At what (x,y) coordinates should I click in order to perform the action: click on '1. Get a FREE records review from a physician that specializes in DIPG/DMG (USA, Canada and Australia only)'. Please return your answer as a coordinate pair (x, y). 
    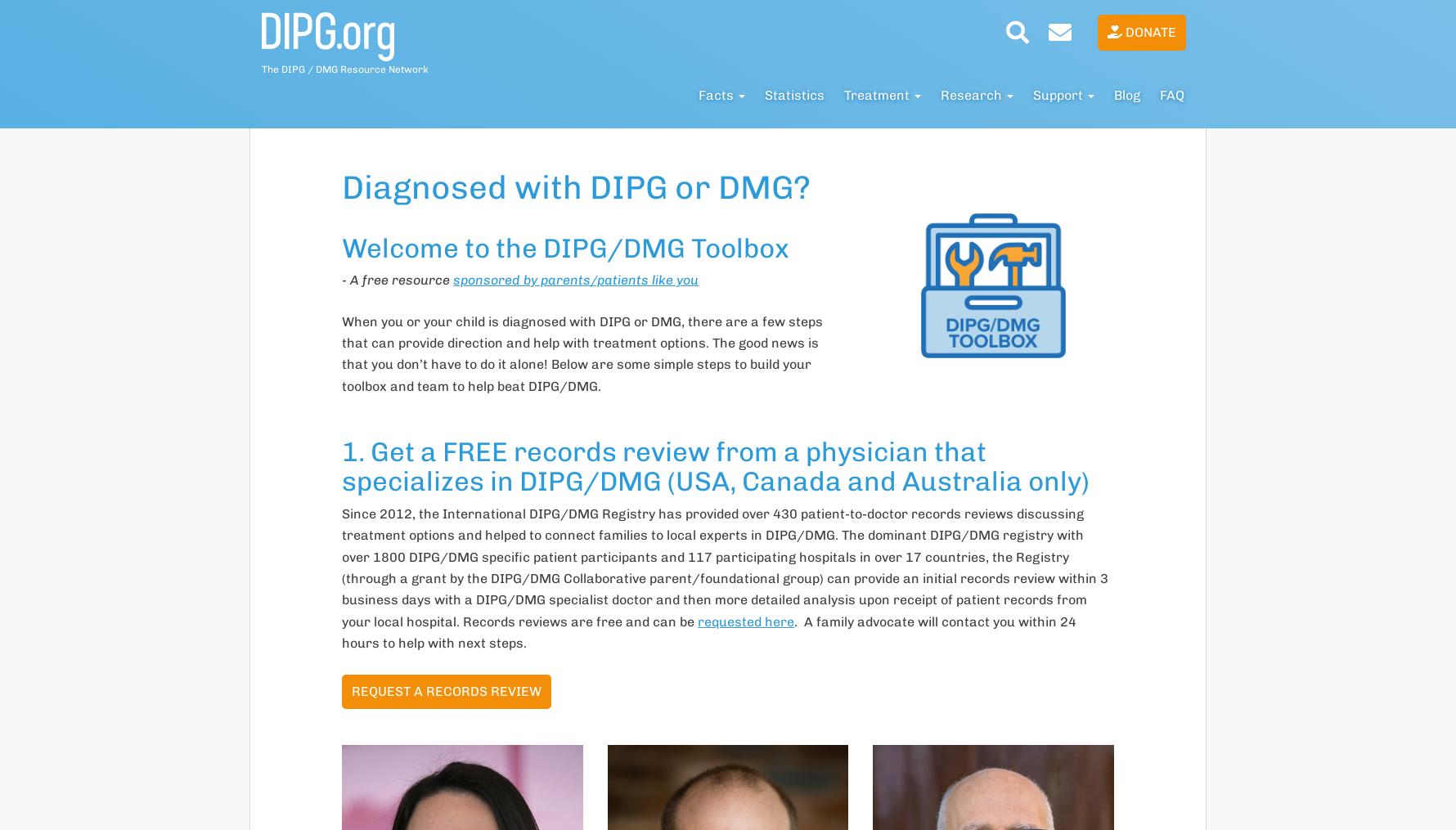
    Looking at the image, I should click on (340, 466).